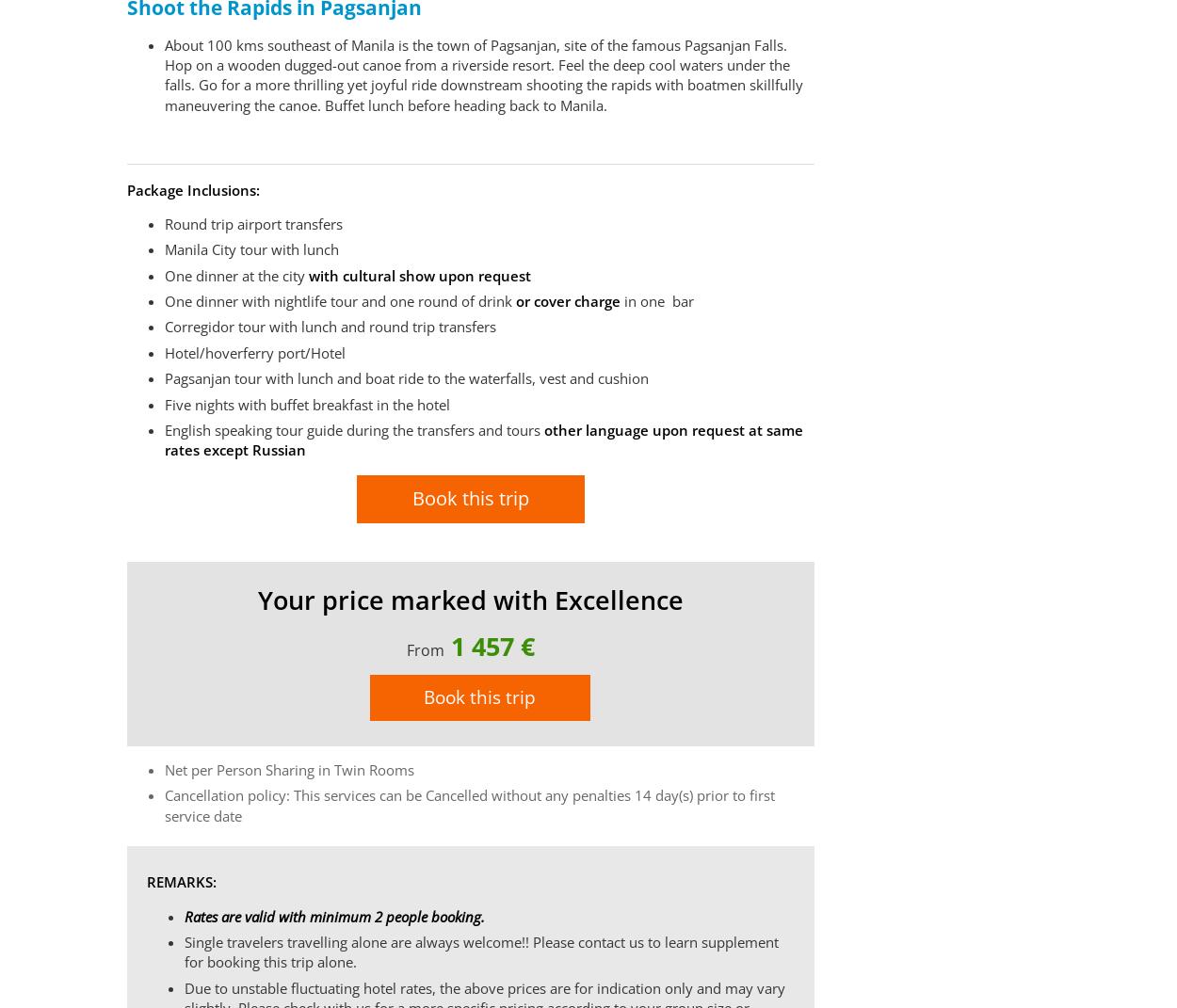  I want to click on 'From', so click(407, 649).